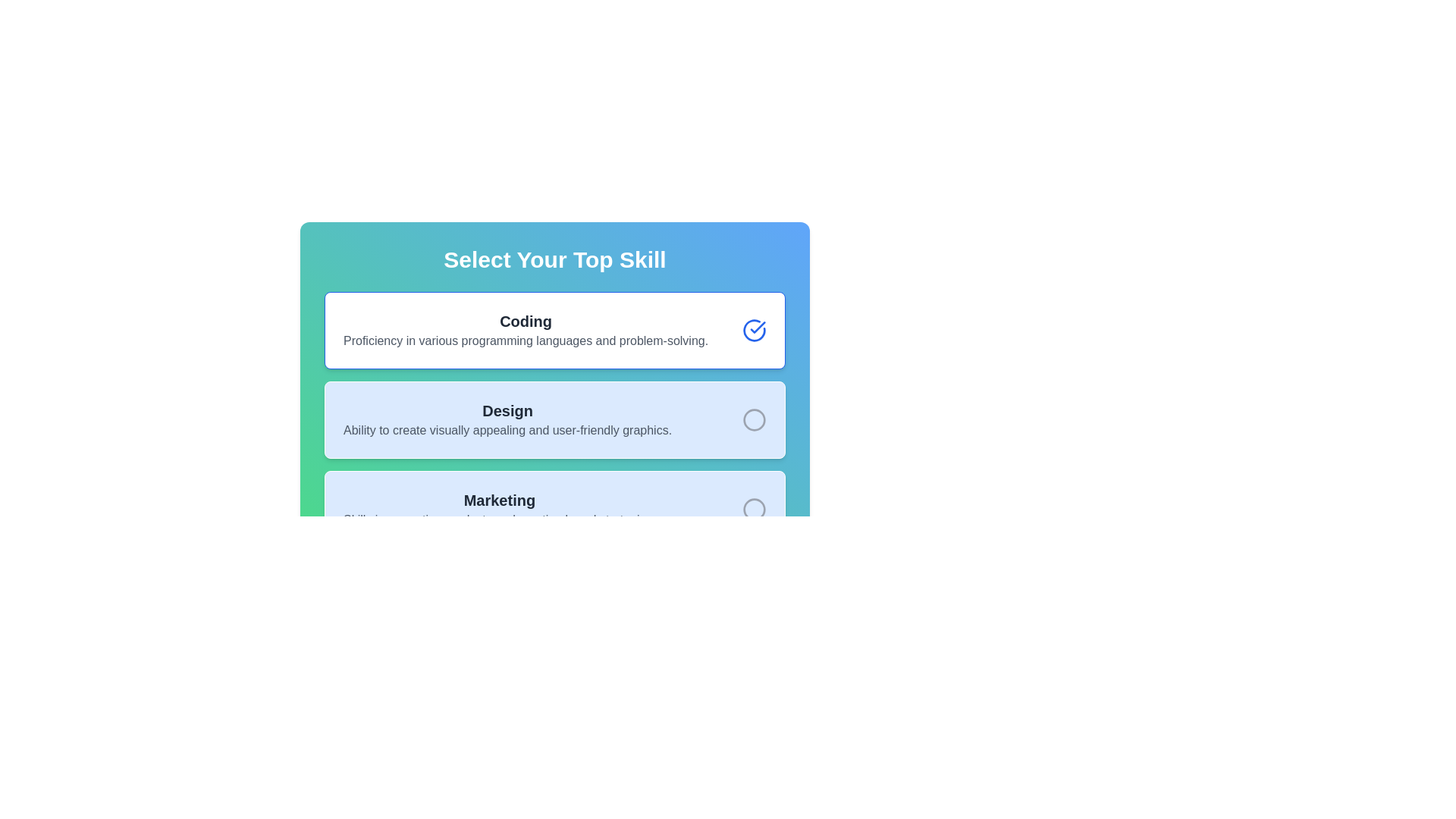  I want to click on the selectable card for the 'Marketing' skill, which is the third item in a vertically stacked group of skill blocks, so click(554, 509).